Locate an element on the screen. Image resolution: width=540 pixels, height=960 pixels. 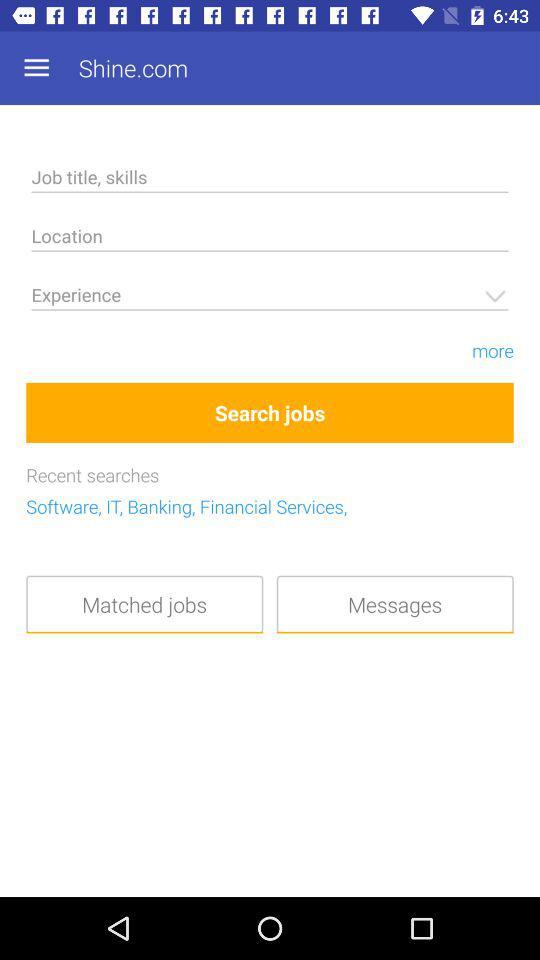
the drop down in the page is located at coordinates (270, 297).